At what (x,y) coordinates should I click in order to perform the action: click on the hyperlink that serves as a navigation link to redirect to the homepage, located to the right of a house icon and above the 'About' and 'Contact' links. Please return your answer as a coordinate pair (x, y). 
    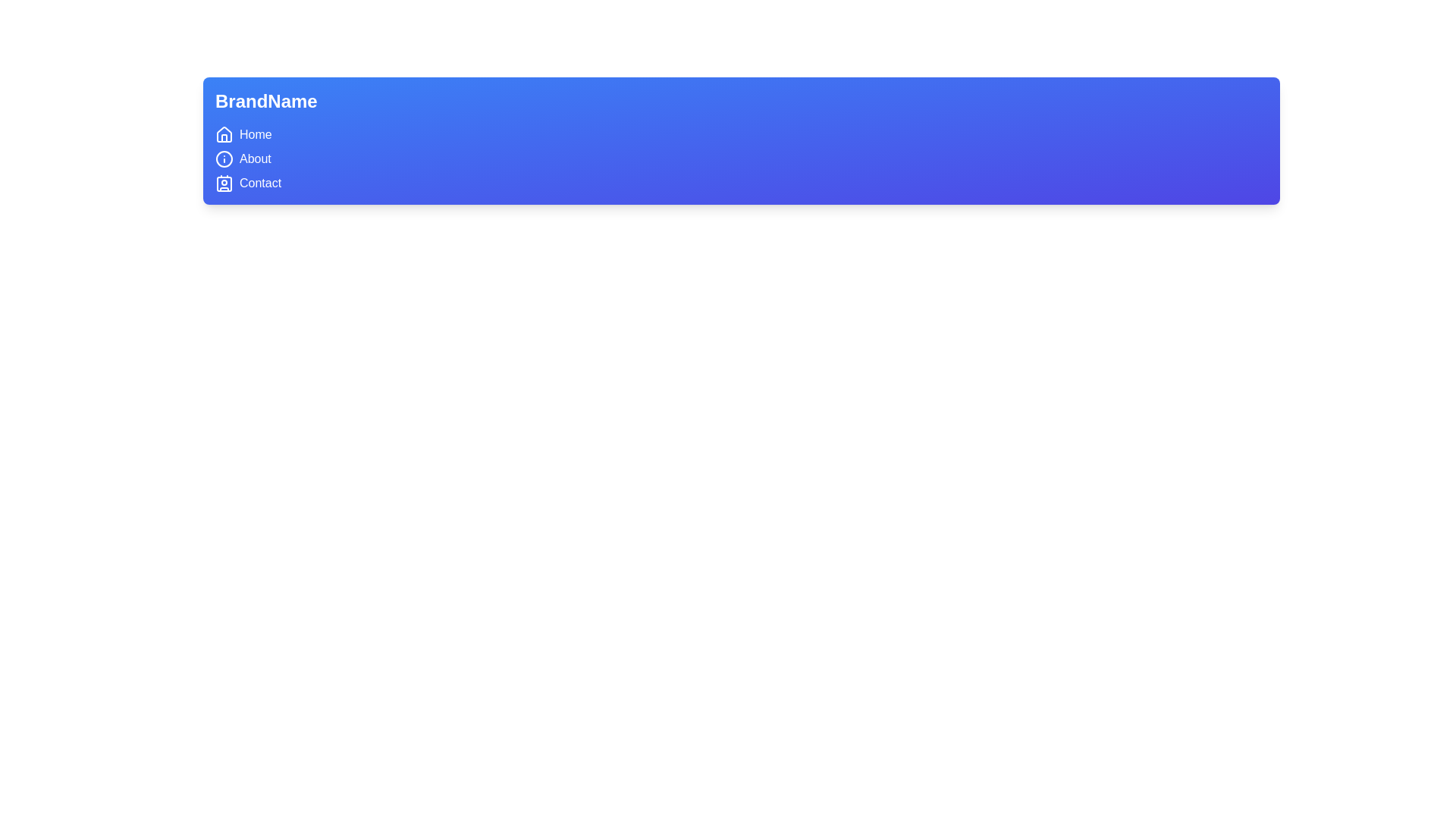
    Looking at the image, I should click on (256, 133).